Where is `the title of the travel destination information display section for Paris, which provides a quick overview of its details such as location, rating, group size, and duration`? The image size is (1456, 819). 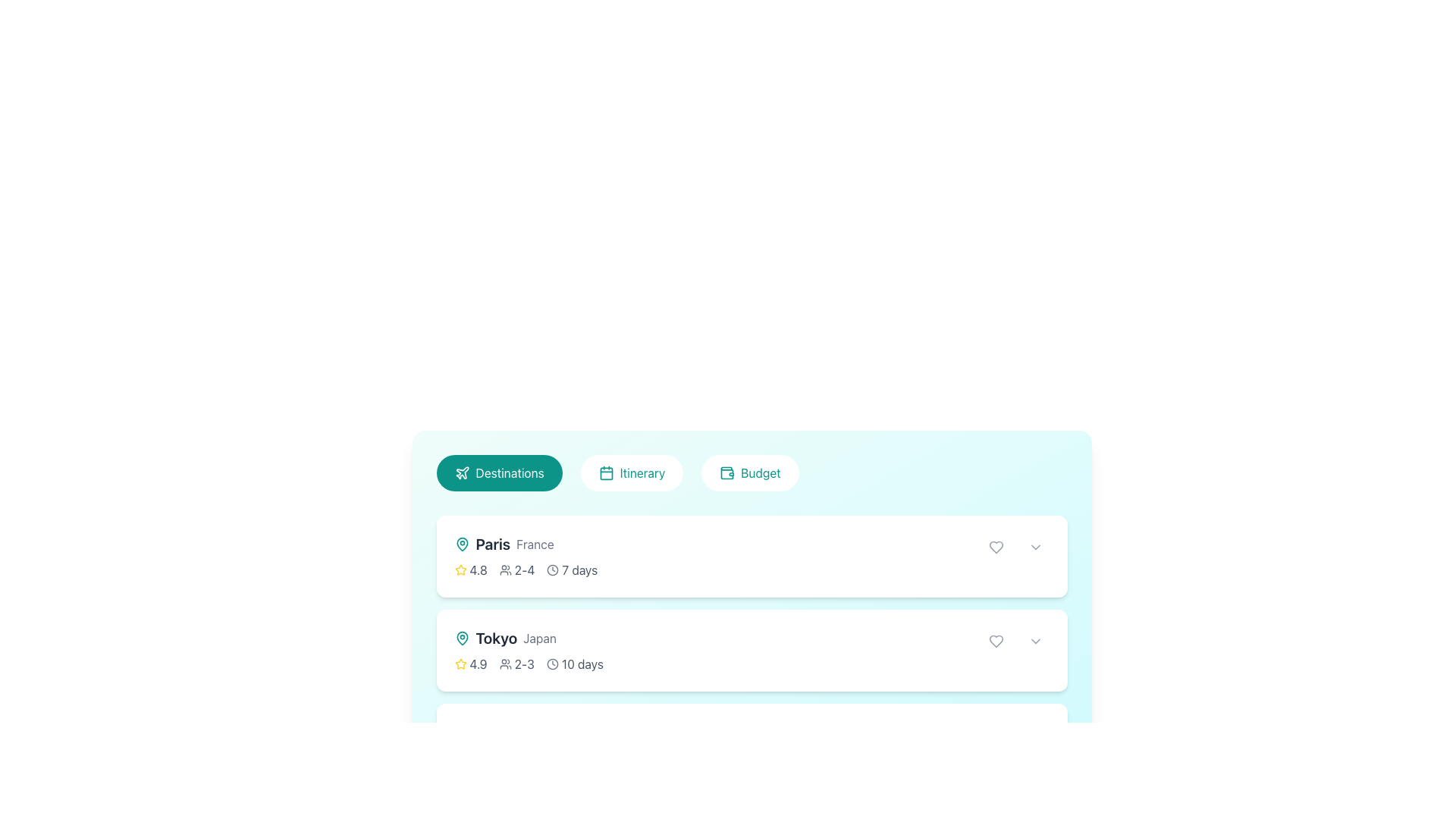 the title of the travel destination information display section for Paris, which provides a quick overview of its details such as location, rating, group size, and duration is located at coordinates (526, 556).